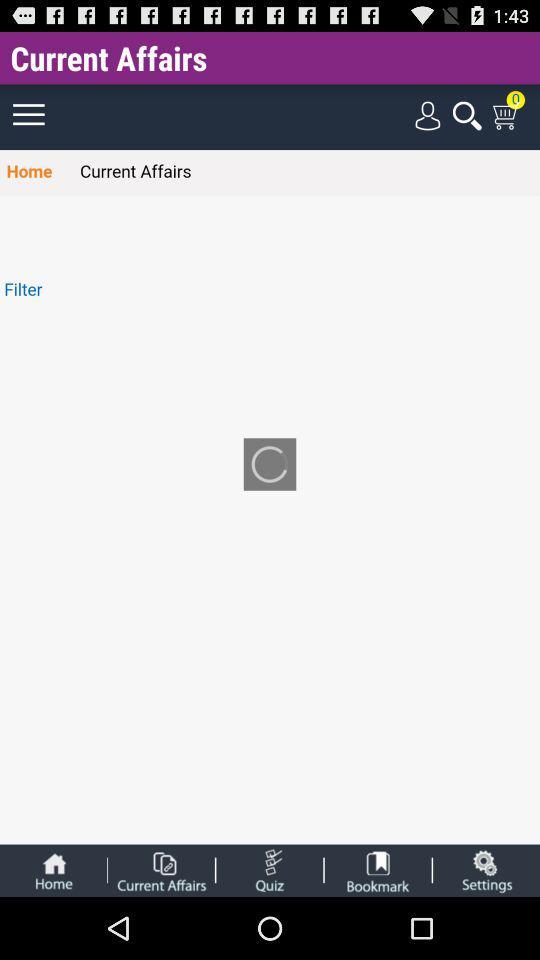 The height and width of the screenshot is (960, 540). Describe the element at coordinates (53, 869) in the screenshot. I see `go home` at that location.